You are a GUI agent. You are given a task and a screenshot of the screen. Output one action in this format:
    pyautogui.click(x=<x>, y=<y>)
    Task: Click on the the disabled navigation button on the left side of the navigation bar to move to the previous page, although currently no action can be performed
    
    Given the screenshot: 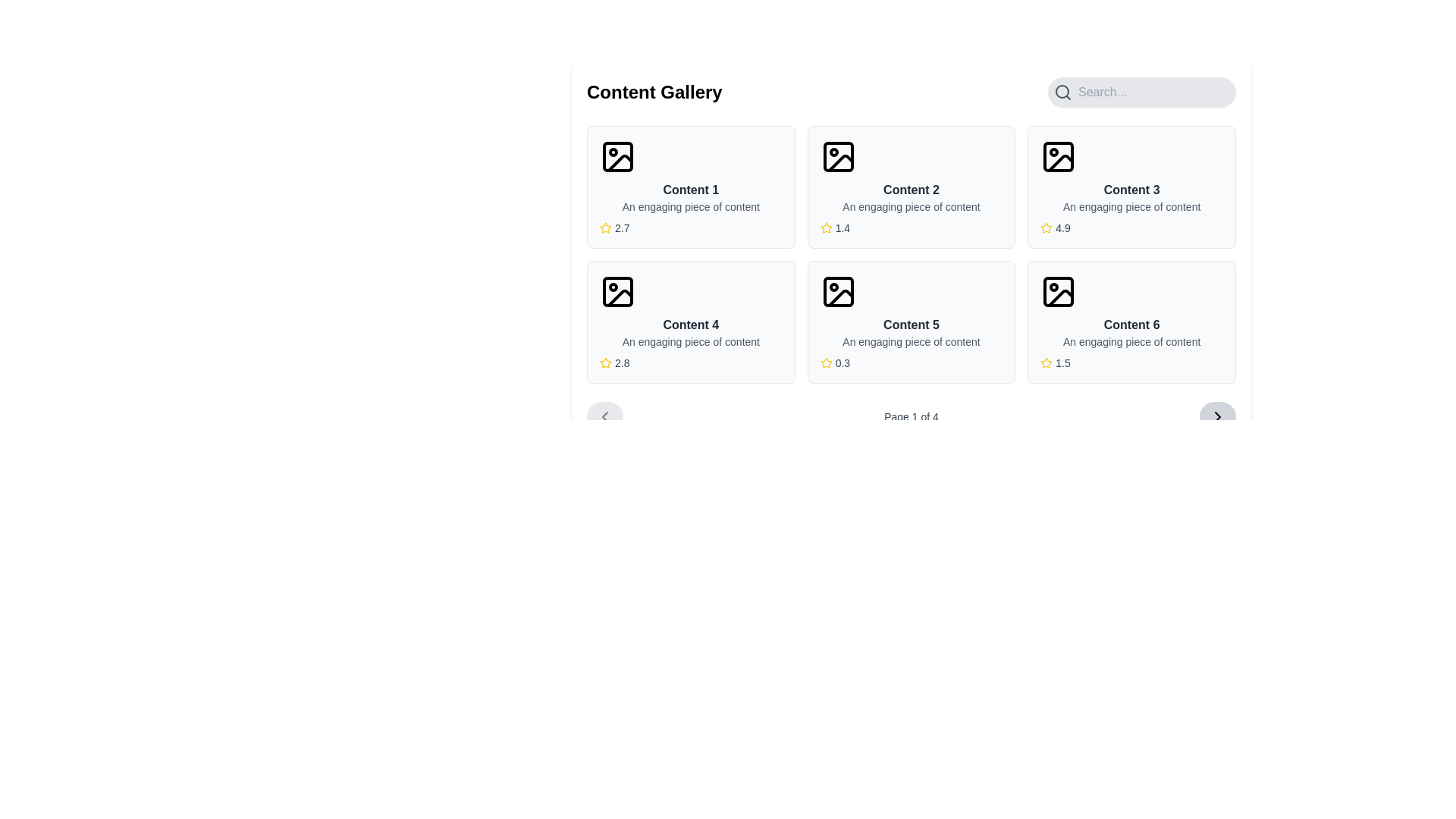 What is the action you would take?
    pyautogui.click(x=604, y=417)
    